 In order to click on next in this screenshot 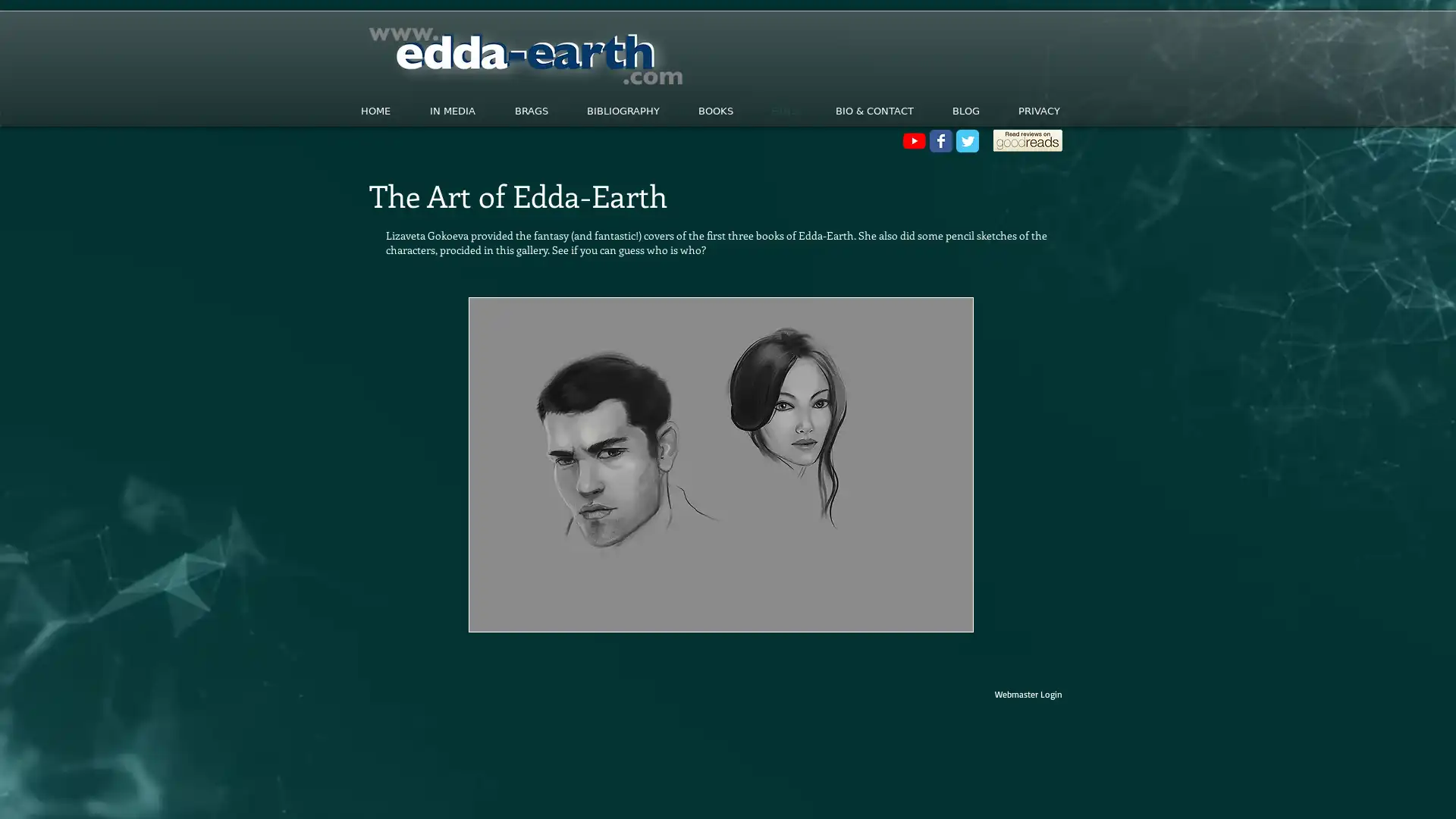, I will do `click(940, 464)`.